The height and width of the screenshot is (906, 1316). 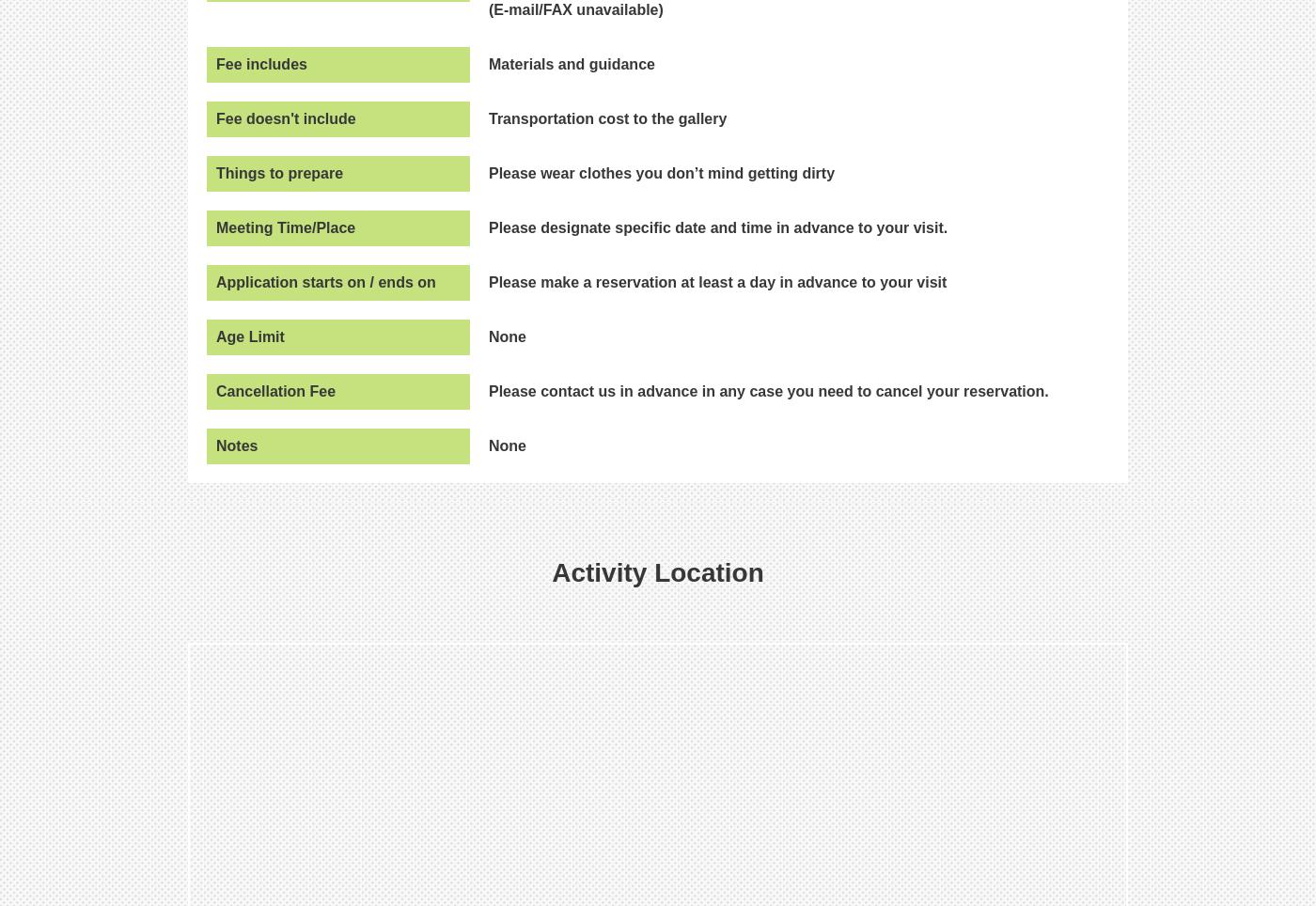 I want to click on 'Age Limit', so click(x=250, y=335).